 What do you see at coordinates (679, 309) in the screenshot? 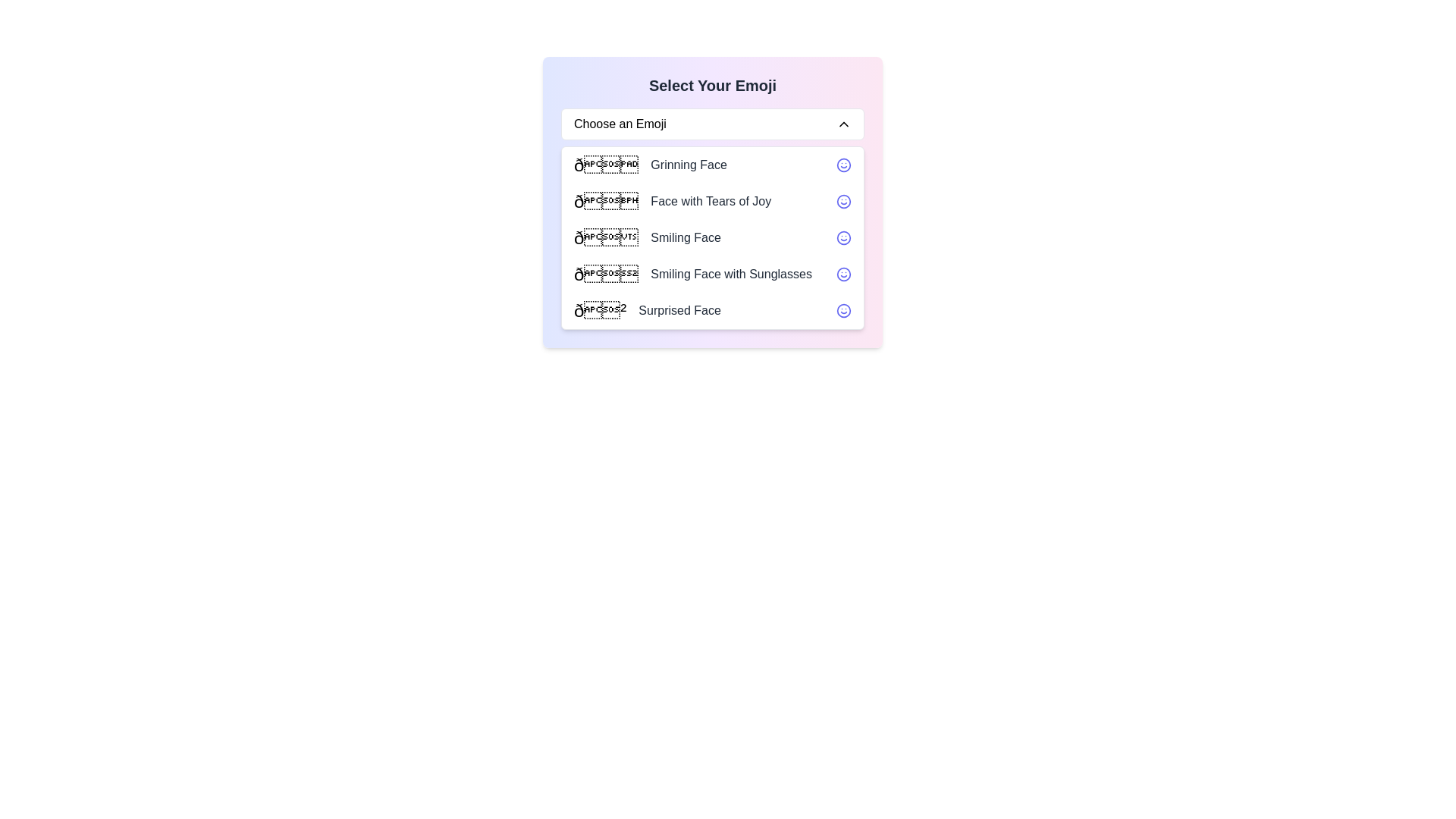
I see `the label that provides a textual description for the emoji, which is located as the fifth item in a vertical list of emoji descriptions, adjacent to a graphical emoji icon` at bounding box center [679, 309].